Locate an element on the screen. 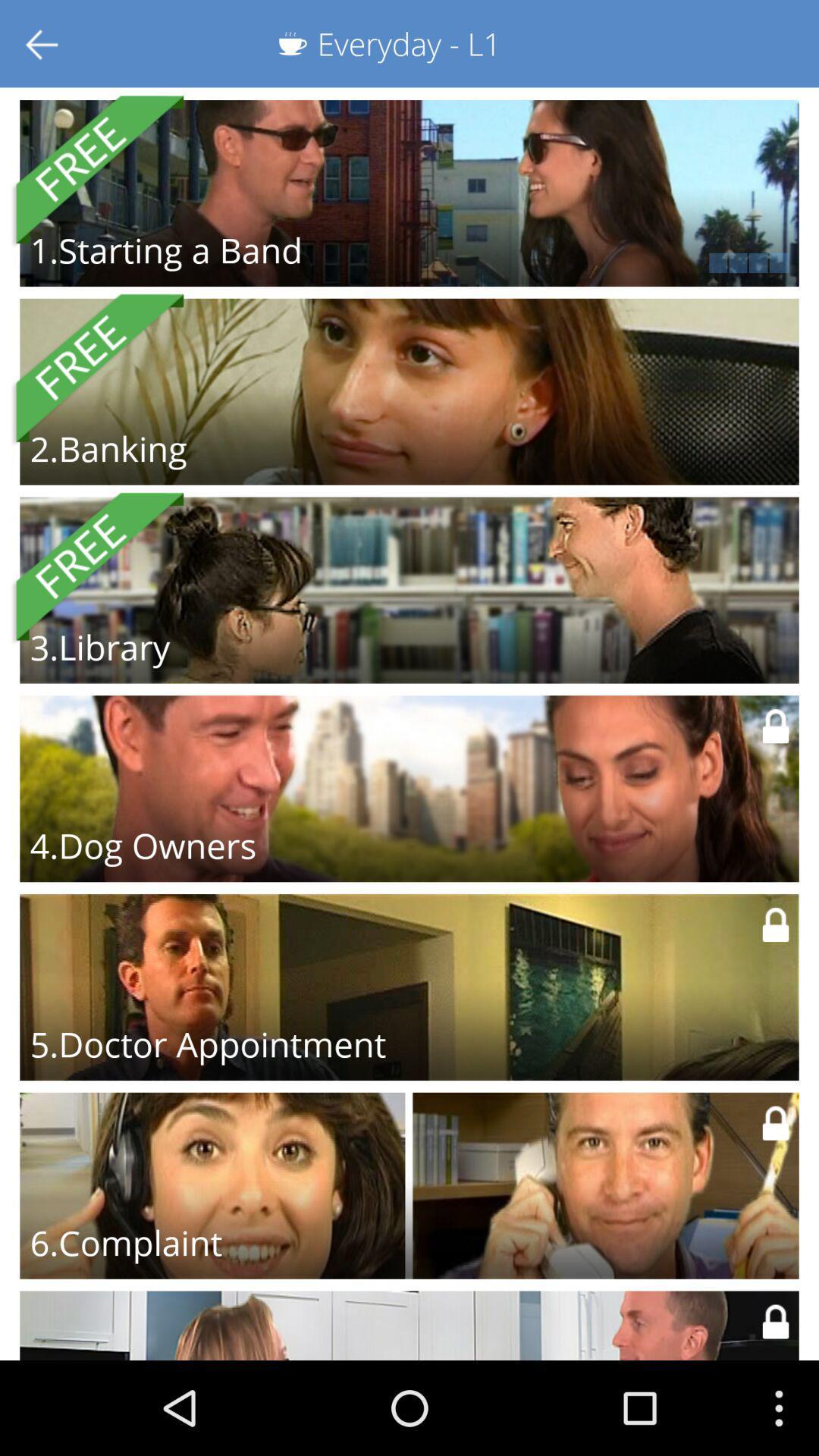 This screenshot has height=1456, width=819. 3.library icon is located at coordinates (99, 647).